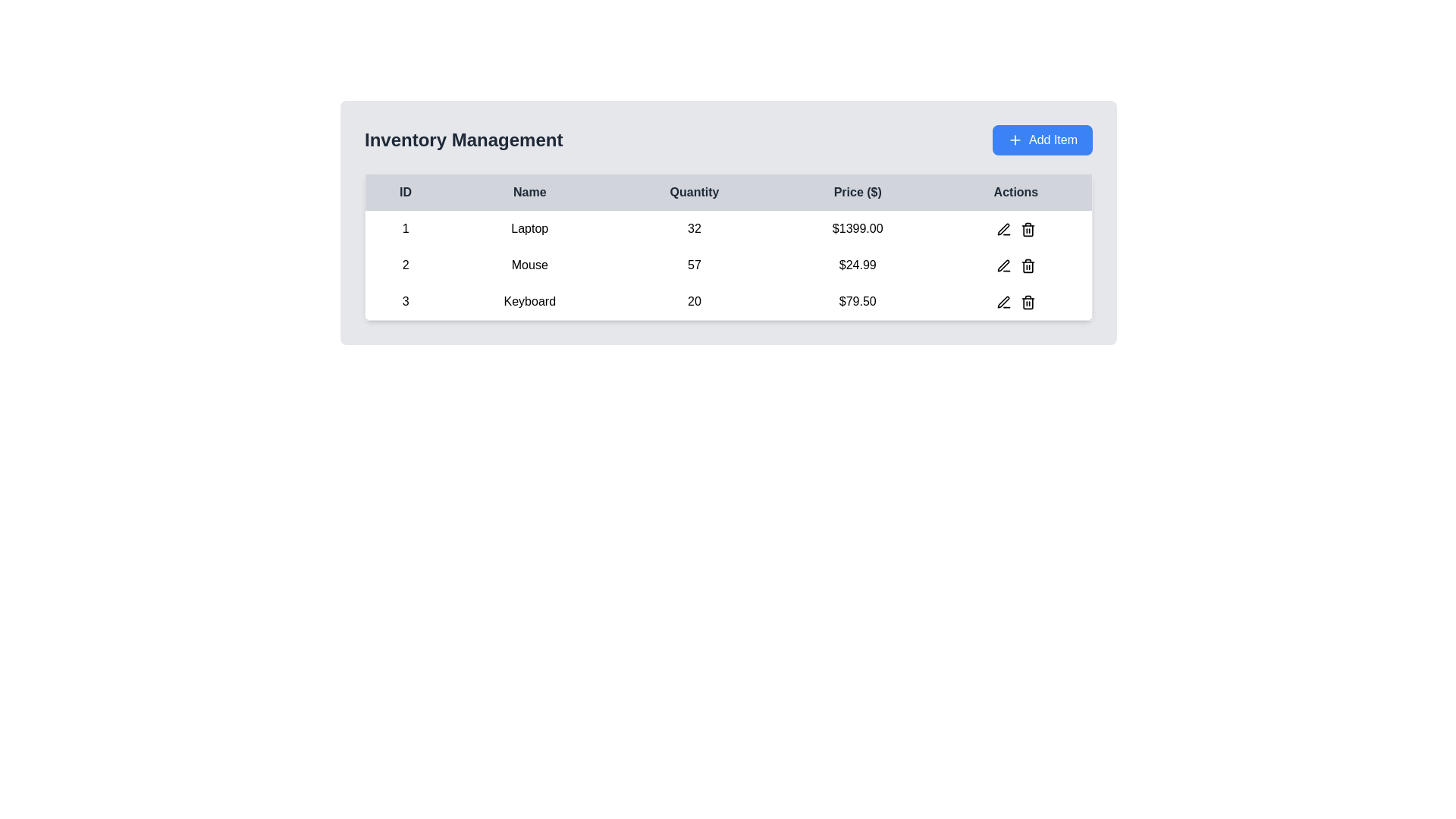 Image resolution: width=1456 pixels, height=819 pixels. Describe the element at coordinates (529, 302) in the screenshot. I see `the static text label displaying 'Keyboard' in the second column of the third row of the 'Inventory Management' table` at that location.